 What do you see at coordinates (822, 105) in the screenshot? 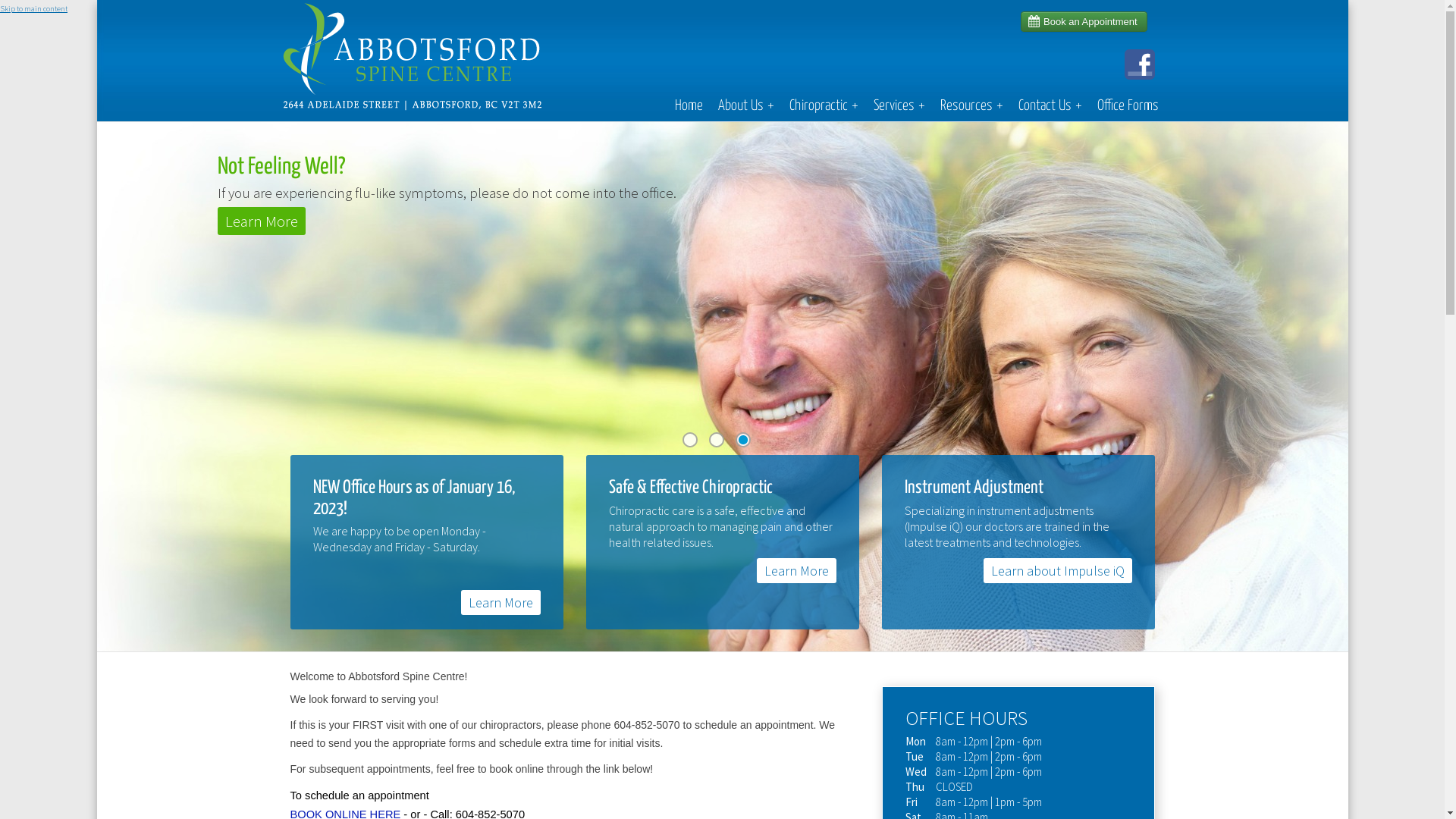
I see `'Chiropractic+'` at bounding box center [822, 105].